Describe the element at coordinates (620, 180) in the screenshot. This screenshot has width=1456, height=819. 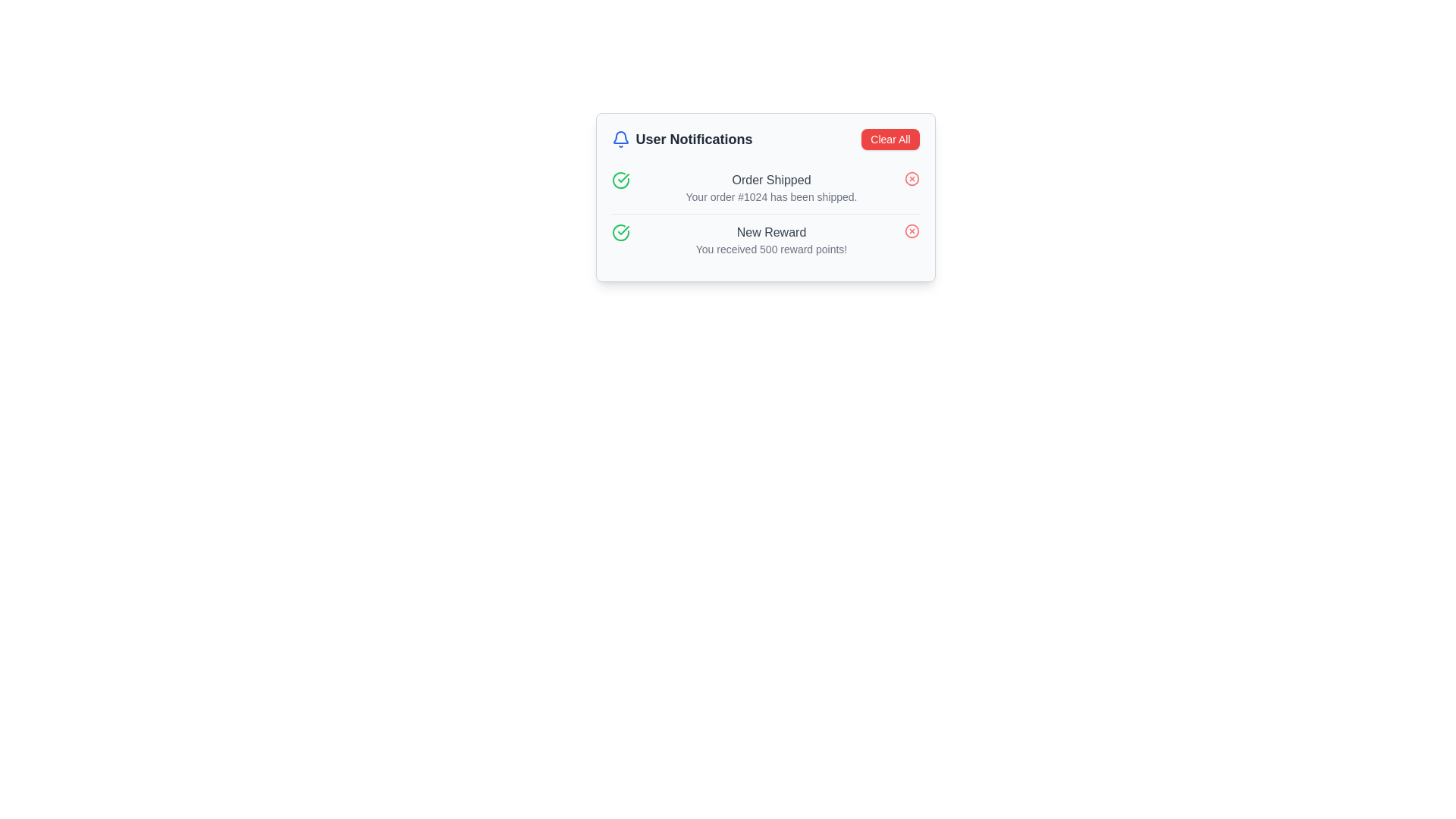
I see `the circular green icon that signifies success for the 'New Reward' notification by moving the cursor to its center point` at that location.